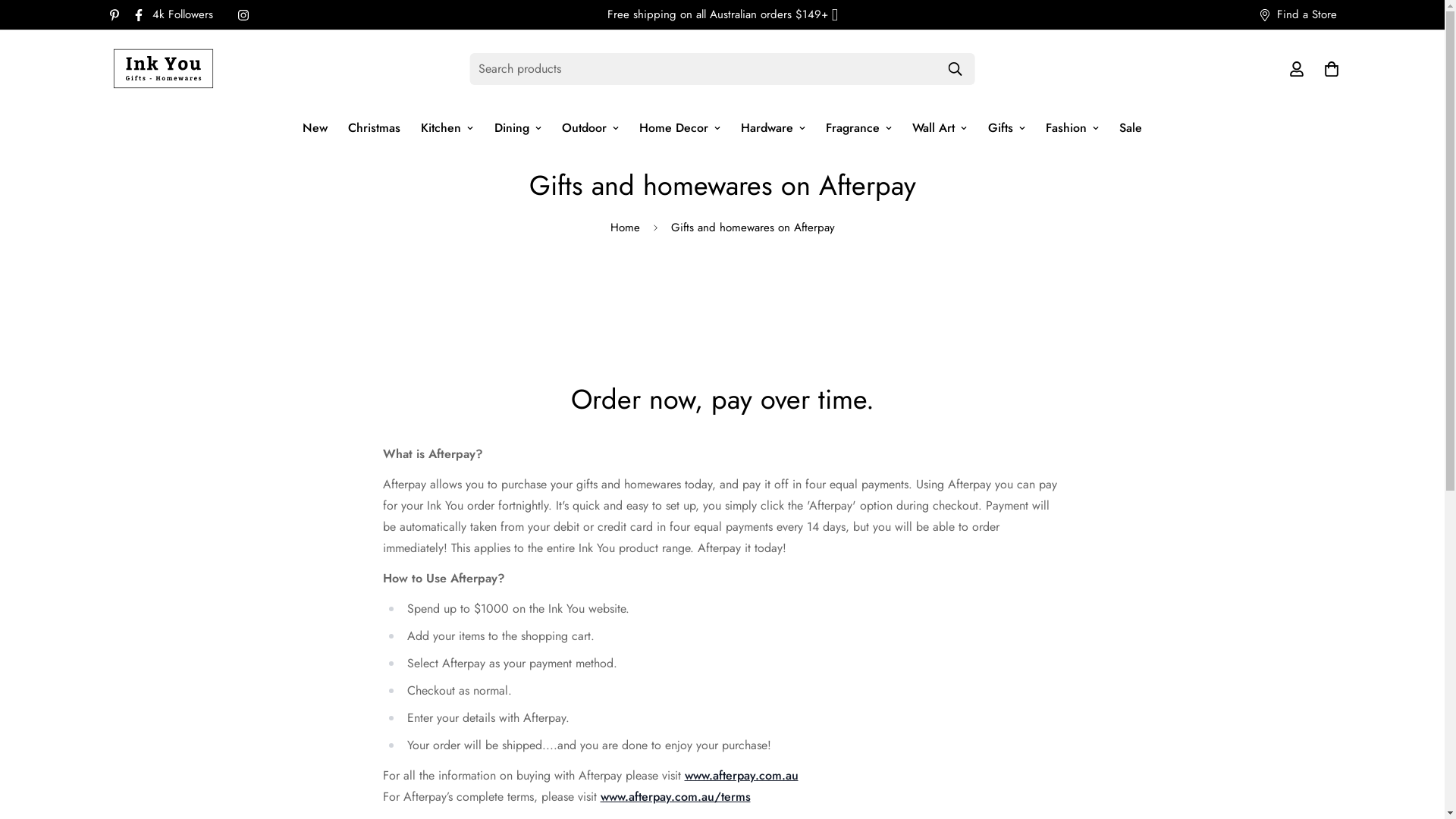 The height and width of the screenshot is (819, 1456). I want to click on 'Find a Store', so click(1246, 14).